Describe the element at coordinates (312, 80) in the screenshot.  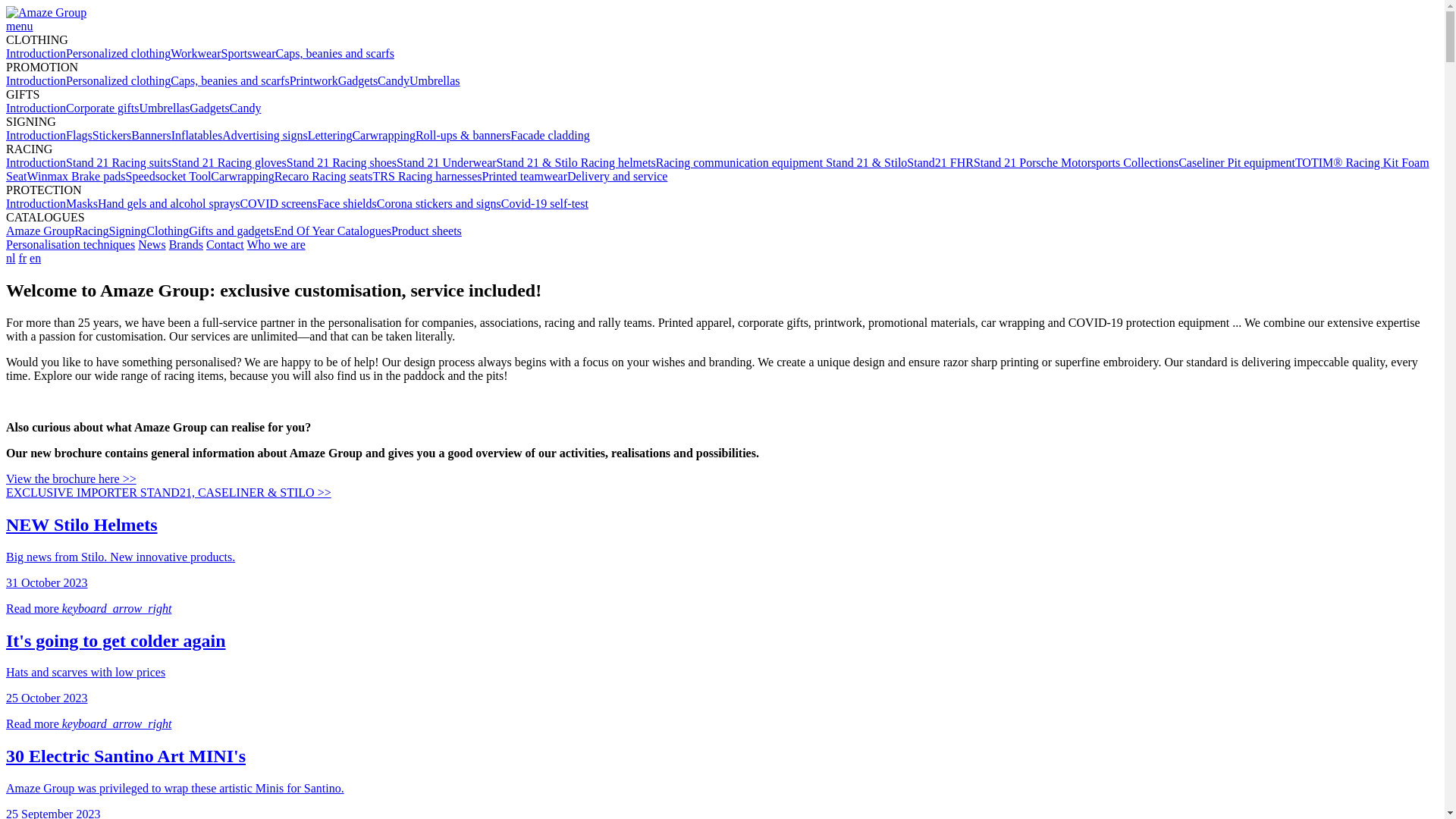
I see `'Printwork'` at that location.